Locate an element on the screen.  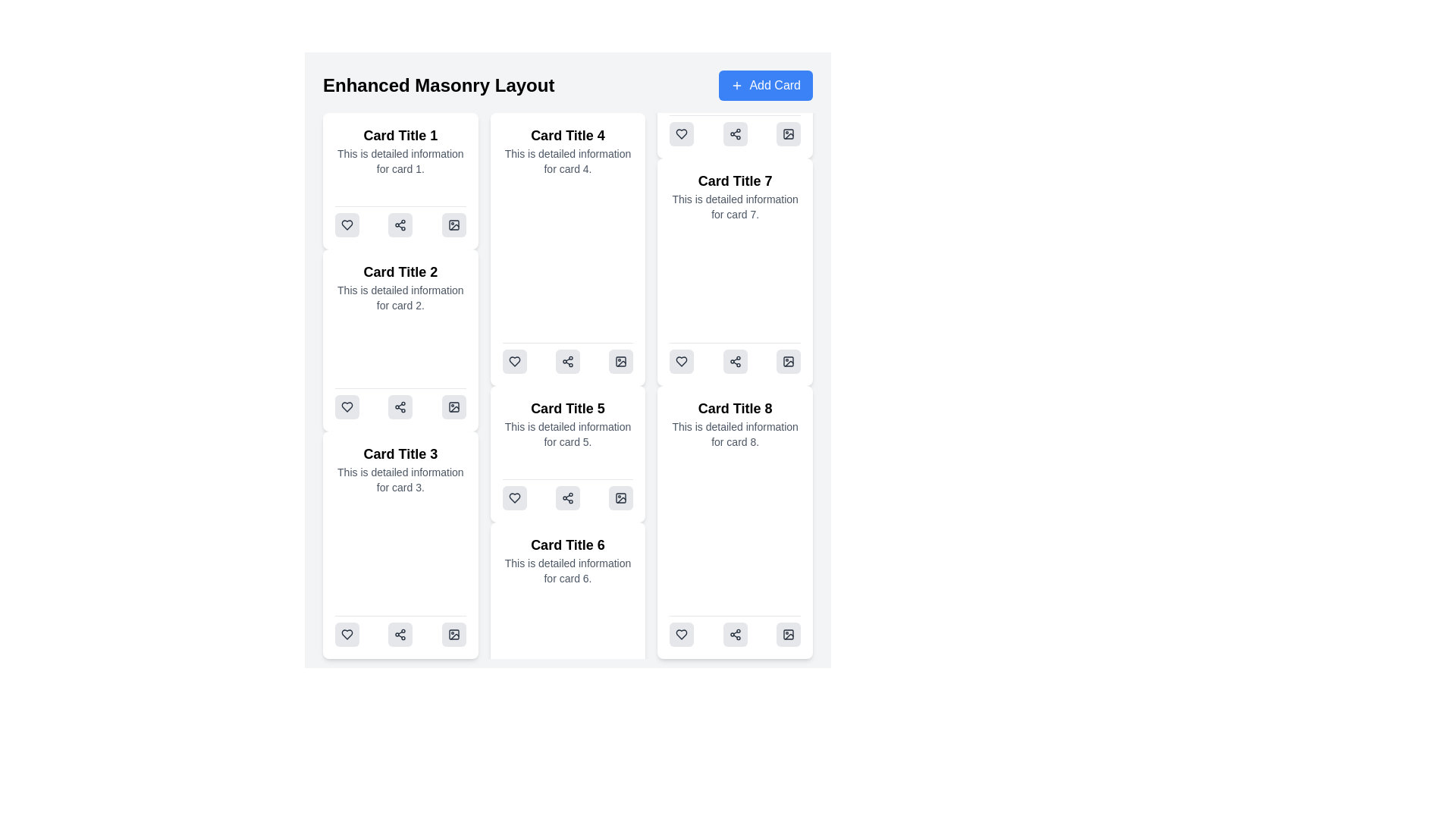
the share button located in the third column, eighth card of the layout to initiate a share action is located at coordinates (735, 635).